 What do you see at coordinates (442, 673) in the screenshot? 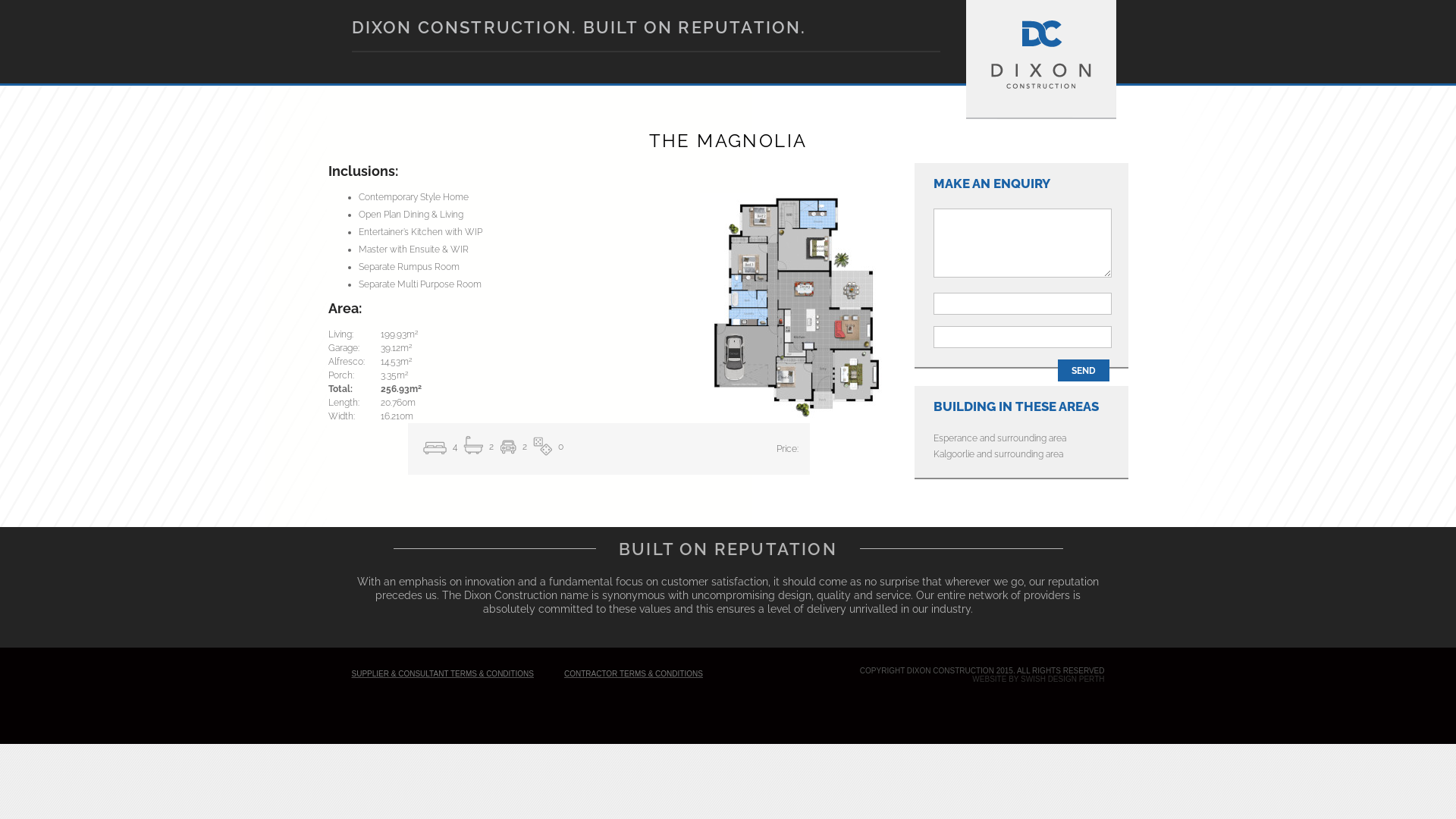
I see `'SUPPLIER & CONSULTANT TERMS & CONDITIONS'` at bounding box center [442, 673].